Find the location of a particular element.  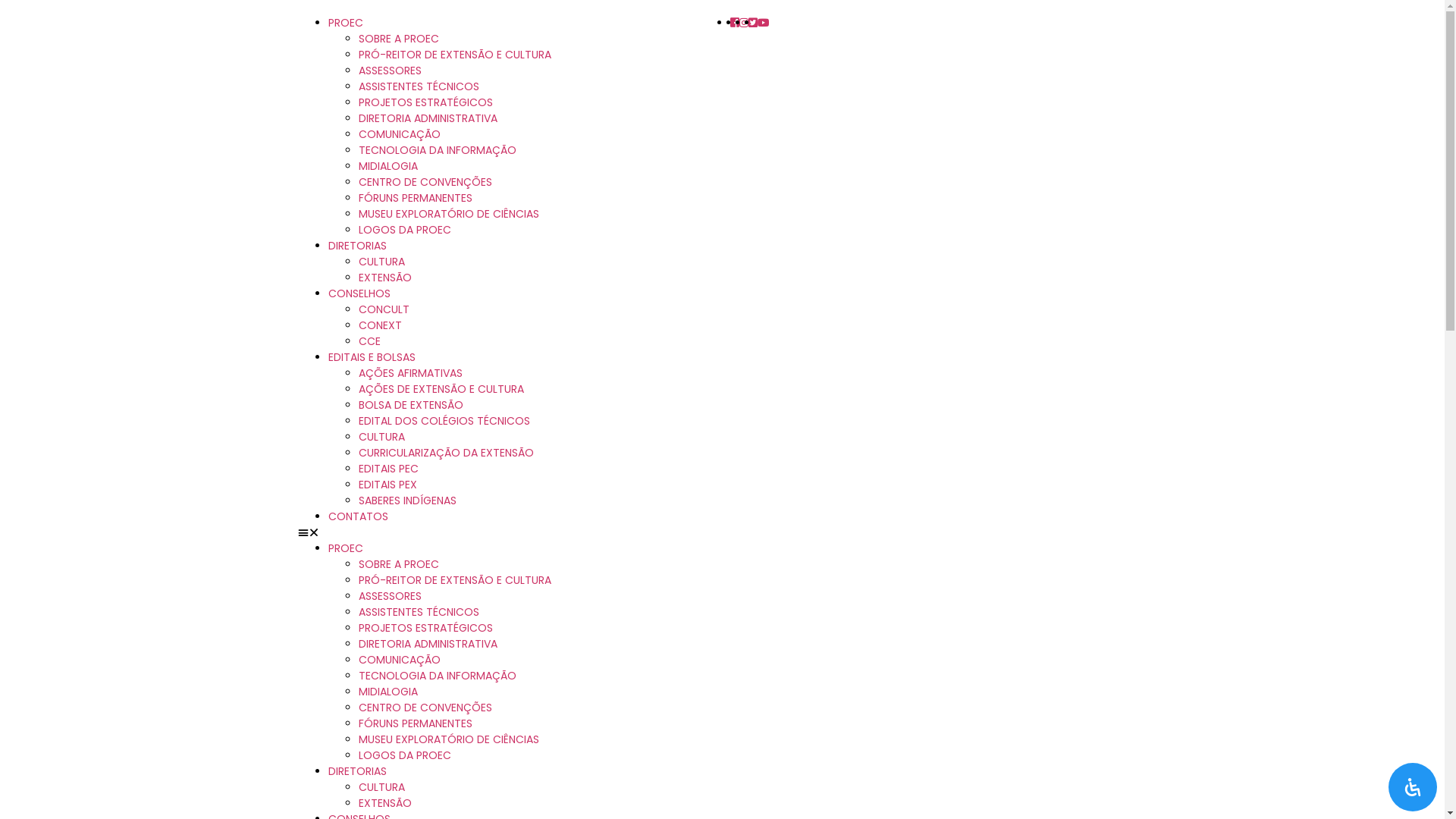

'CONCULT' is located at coordinates (383, 309).